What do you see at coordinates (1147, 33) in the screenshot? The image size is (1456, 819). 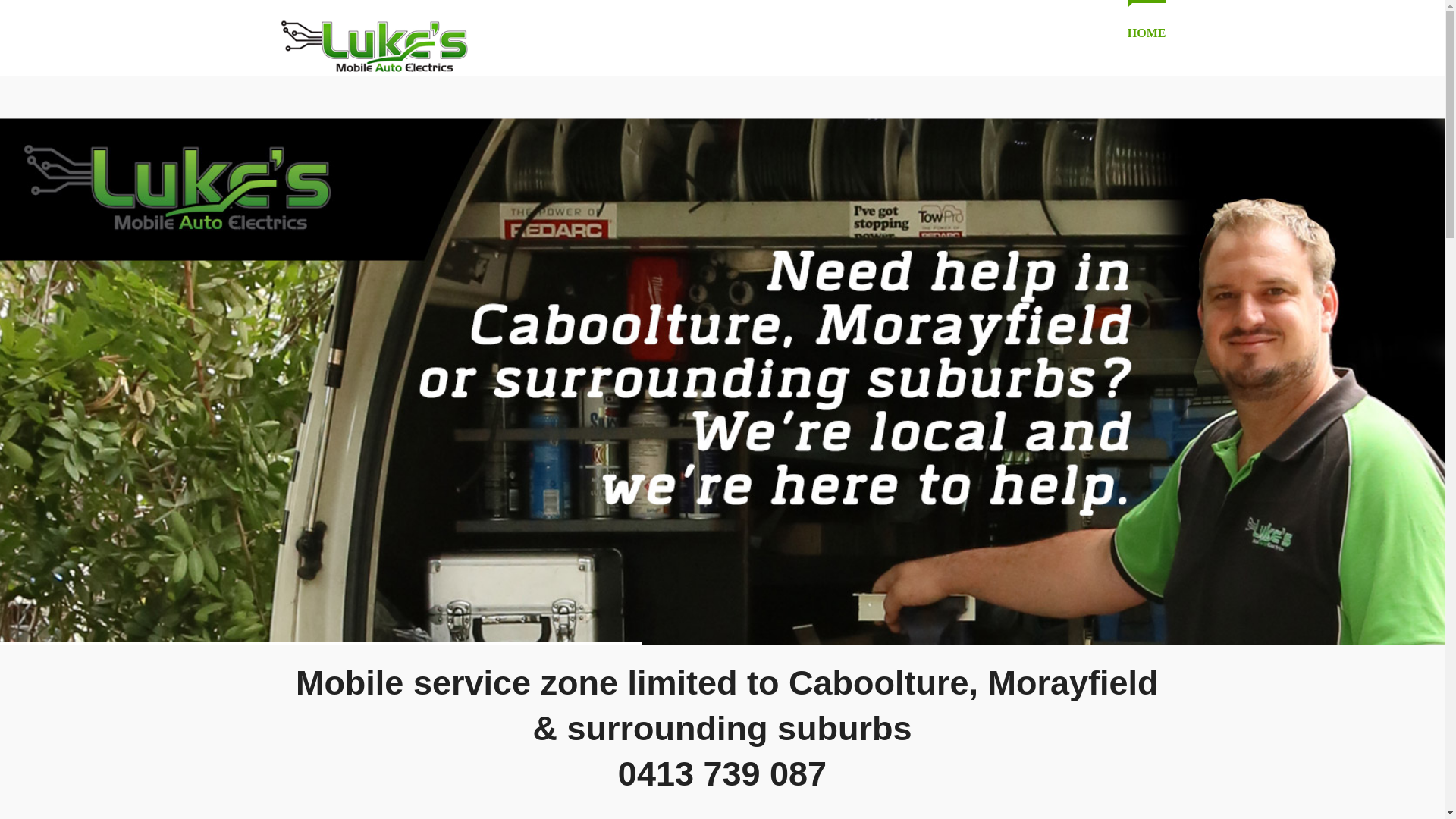 I see `'HOME'` at bounding box center [1147, 33].